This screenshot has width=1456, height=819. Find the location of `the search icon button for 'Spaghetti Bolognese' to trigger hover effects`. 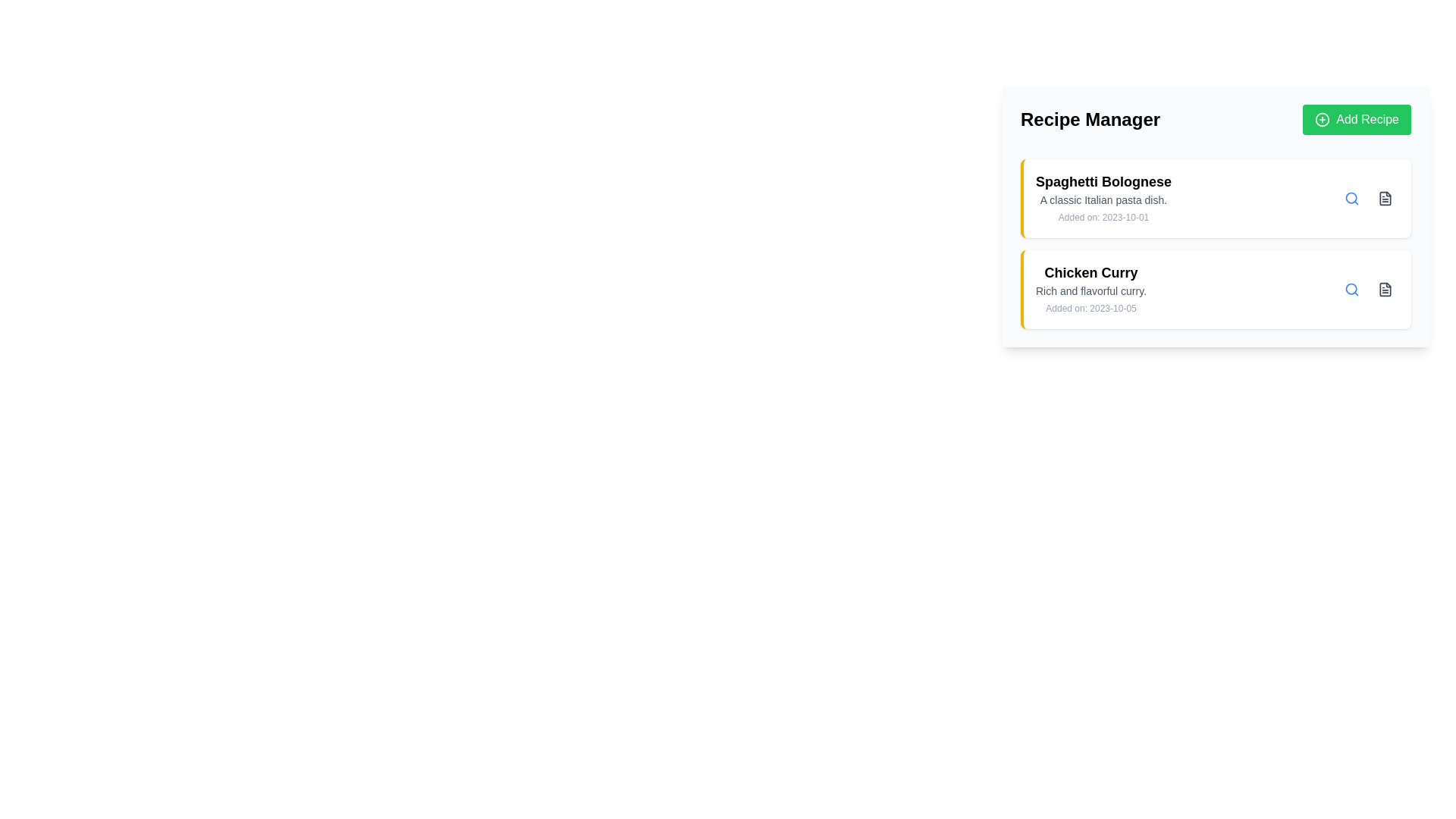

the search icon button for 'Spaghetti Bolognese' to trigger hover effects is located at coordinates (1351, 198).